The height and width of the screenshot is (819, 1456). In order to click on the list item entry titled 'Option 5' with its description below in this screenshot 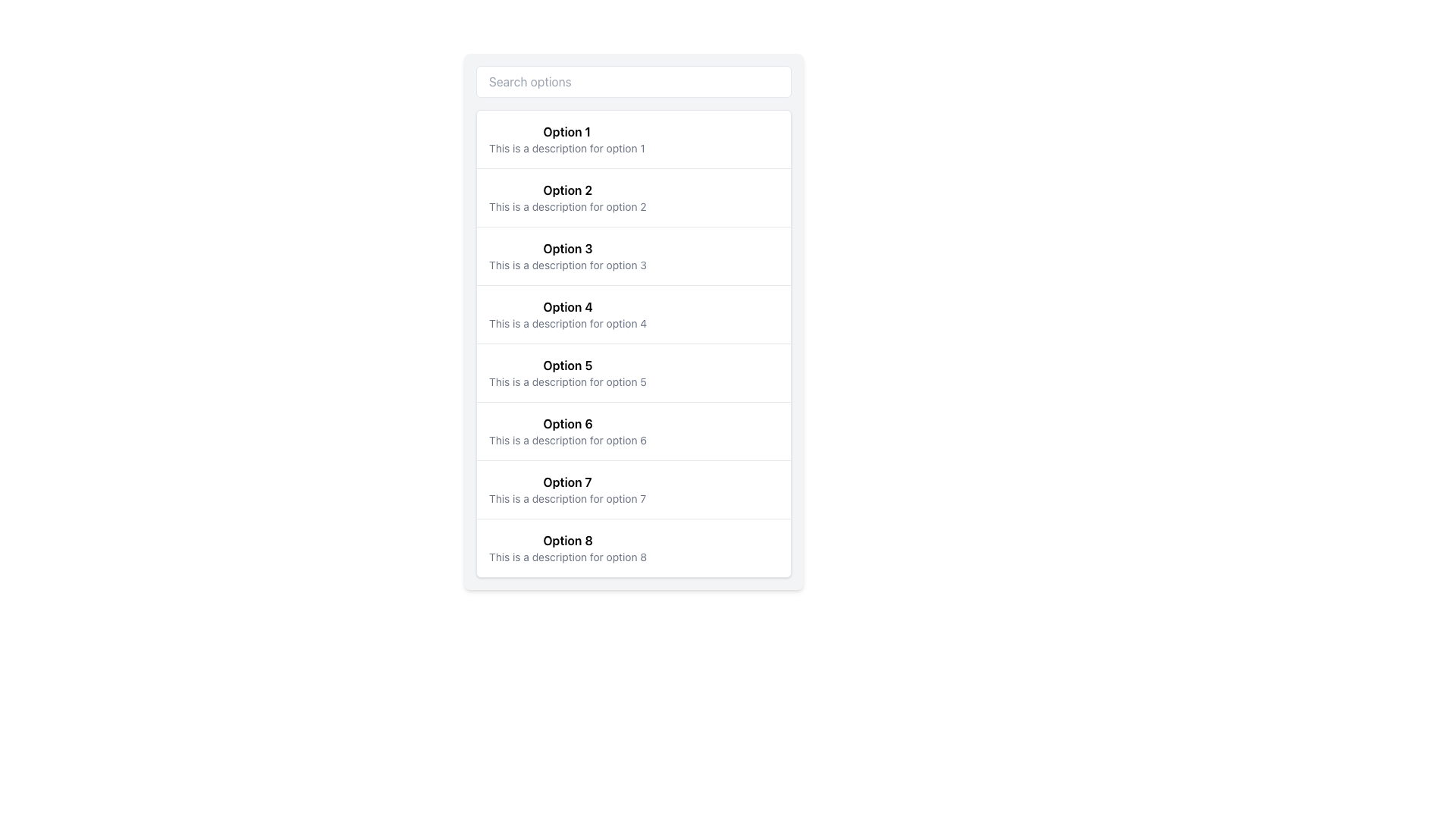, I will do `click(566, 373)`.